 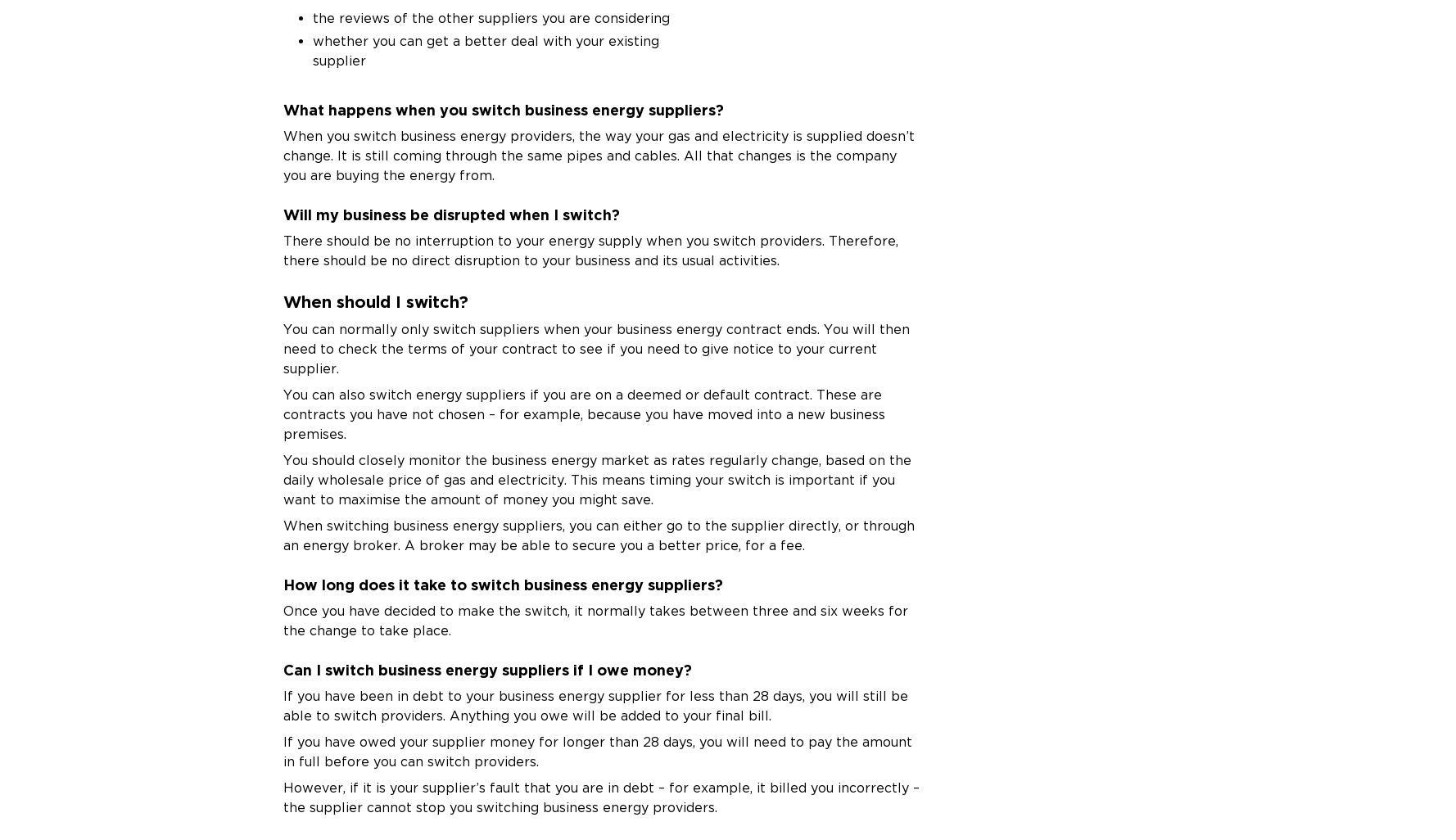 I want to click on 'You can normally only switch suppliers when your business energy contract ends. You will then need to check the terms of your contract to see if you need to give notice to your current supplier.', so click(x=595, y=348).